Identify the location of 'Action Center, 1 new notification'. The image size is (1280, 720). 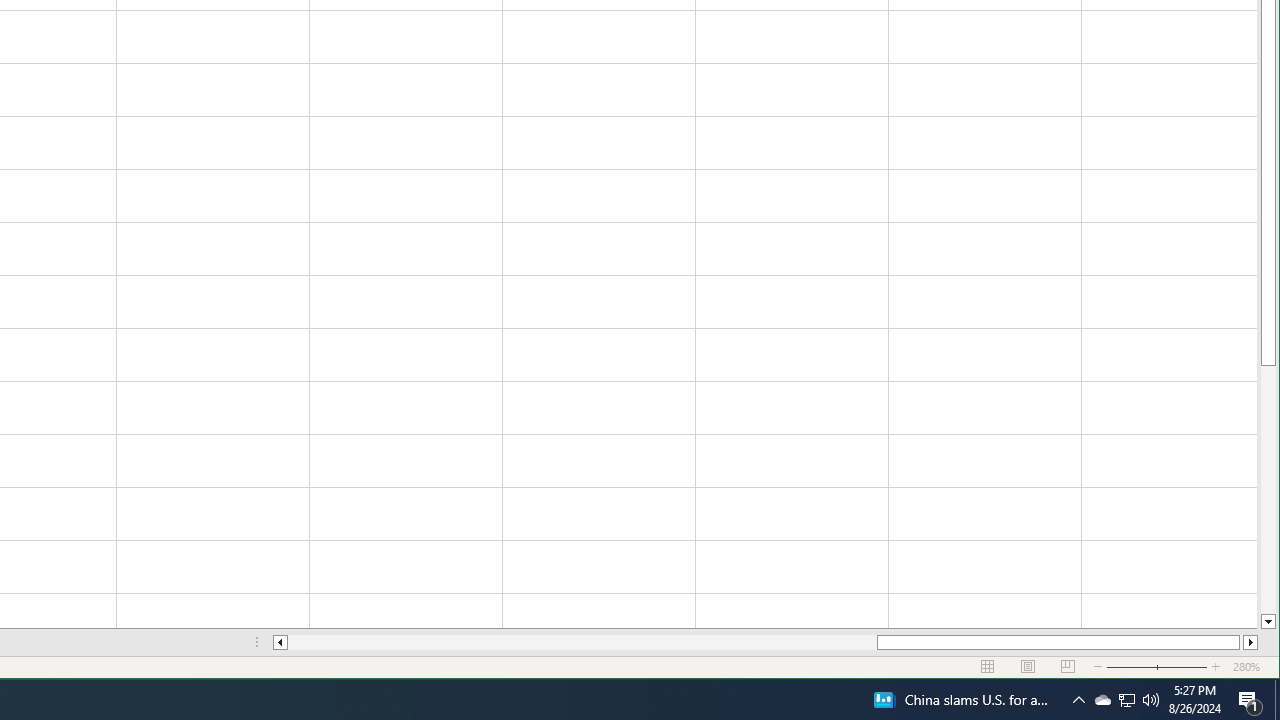
(1250, 698).